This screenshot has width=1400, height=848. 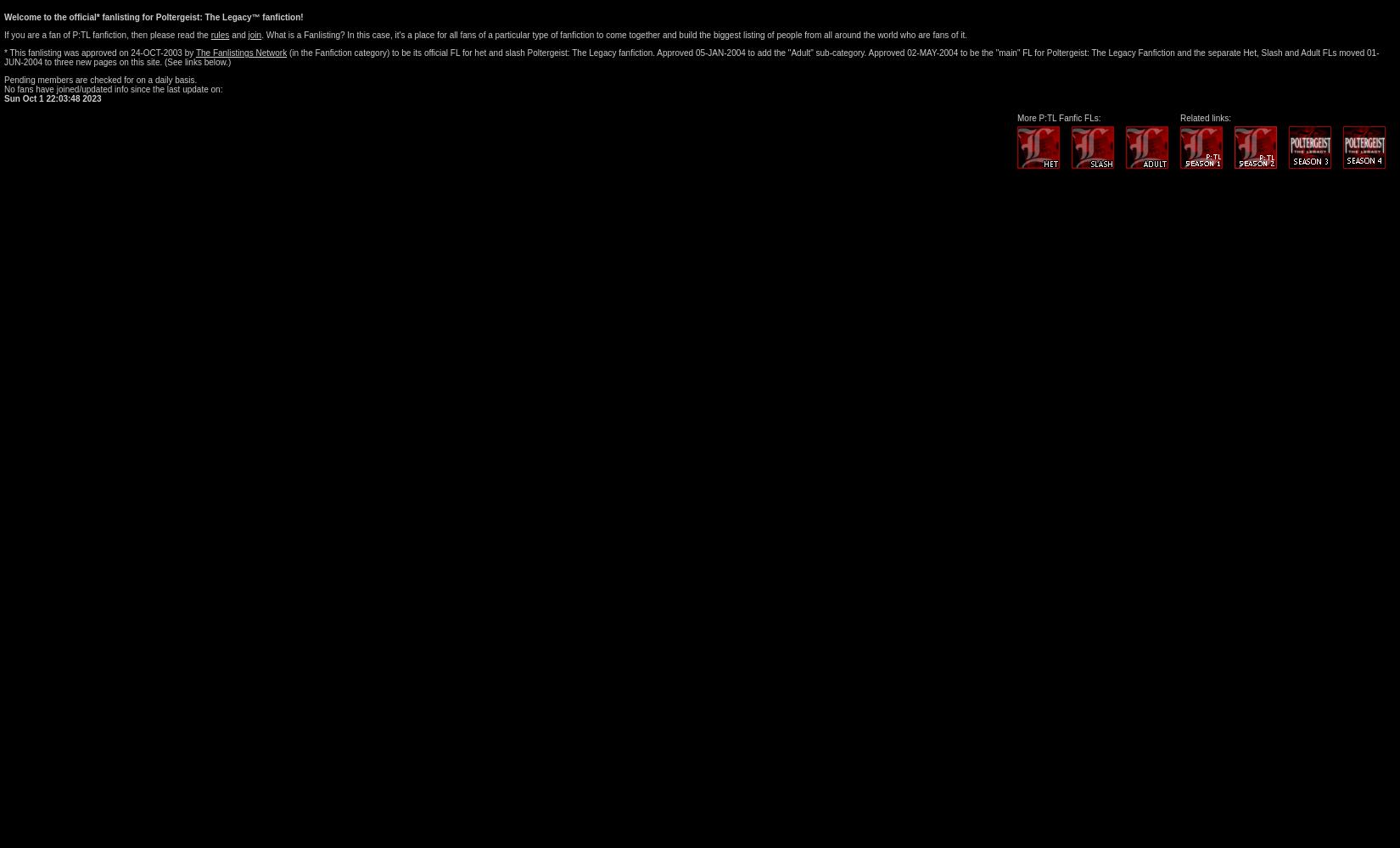 What do you see at coordinates (238, 35) in the screenshot?
I see `'and'` at bounding box center [238, 35].